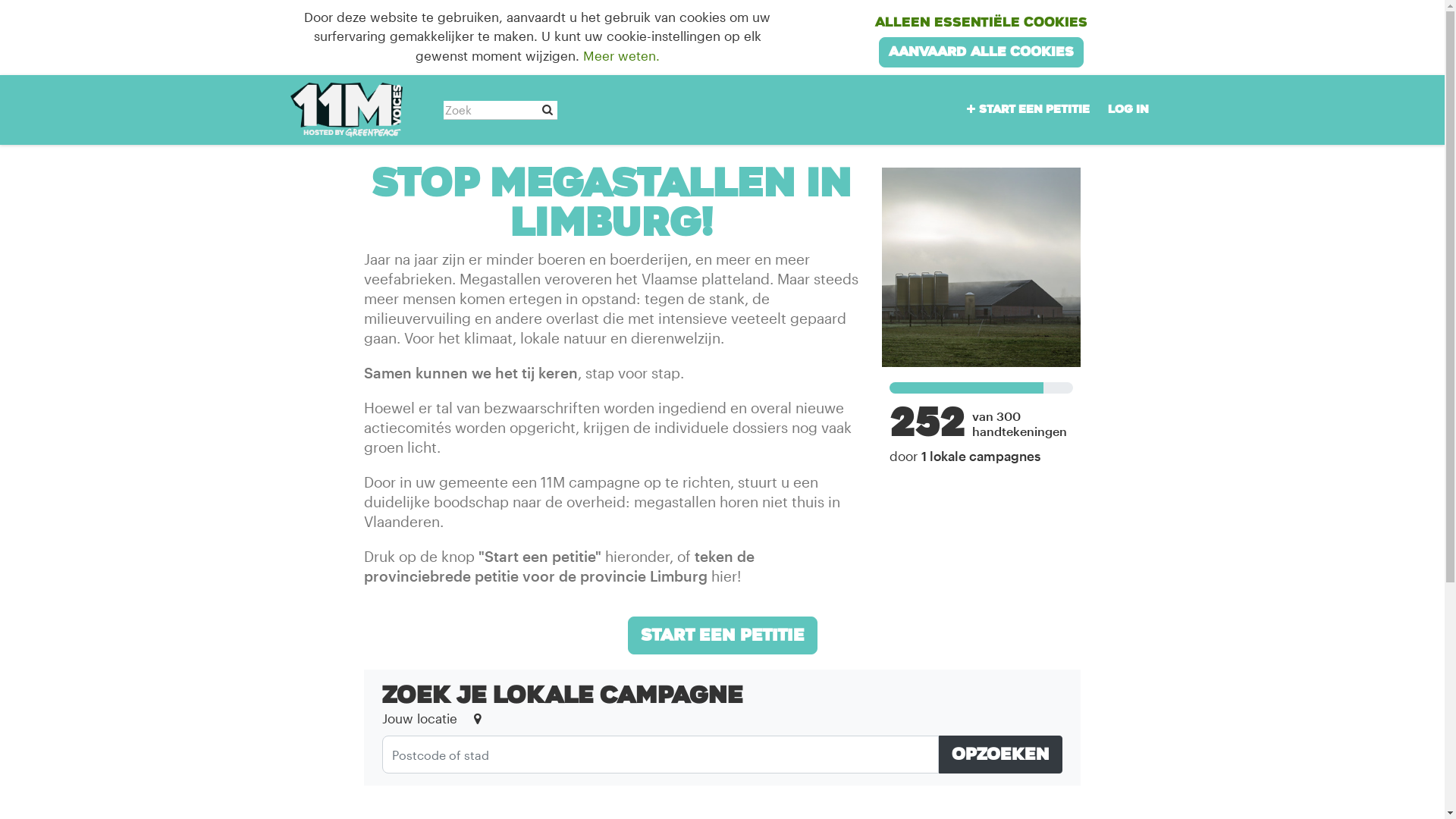 The image size is (1456, 819). I want to click on 'Meer weten.', so click(621, 55).